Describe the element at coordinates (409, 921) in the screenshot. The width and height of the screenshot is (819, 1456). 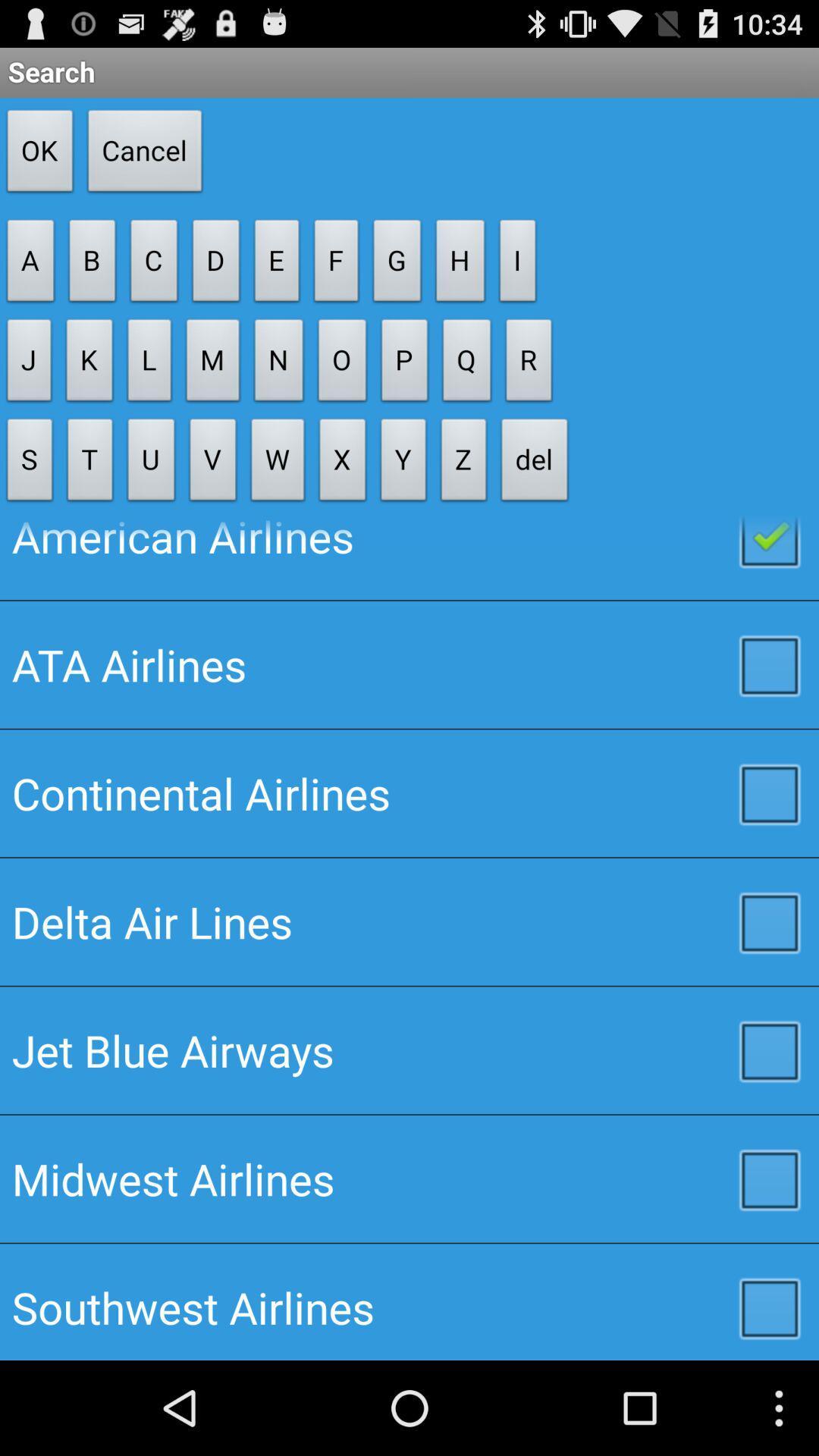
I see `the item above the jet blue airways checkbox` at that location.